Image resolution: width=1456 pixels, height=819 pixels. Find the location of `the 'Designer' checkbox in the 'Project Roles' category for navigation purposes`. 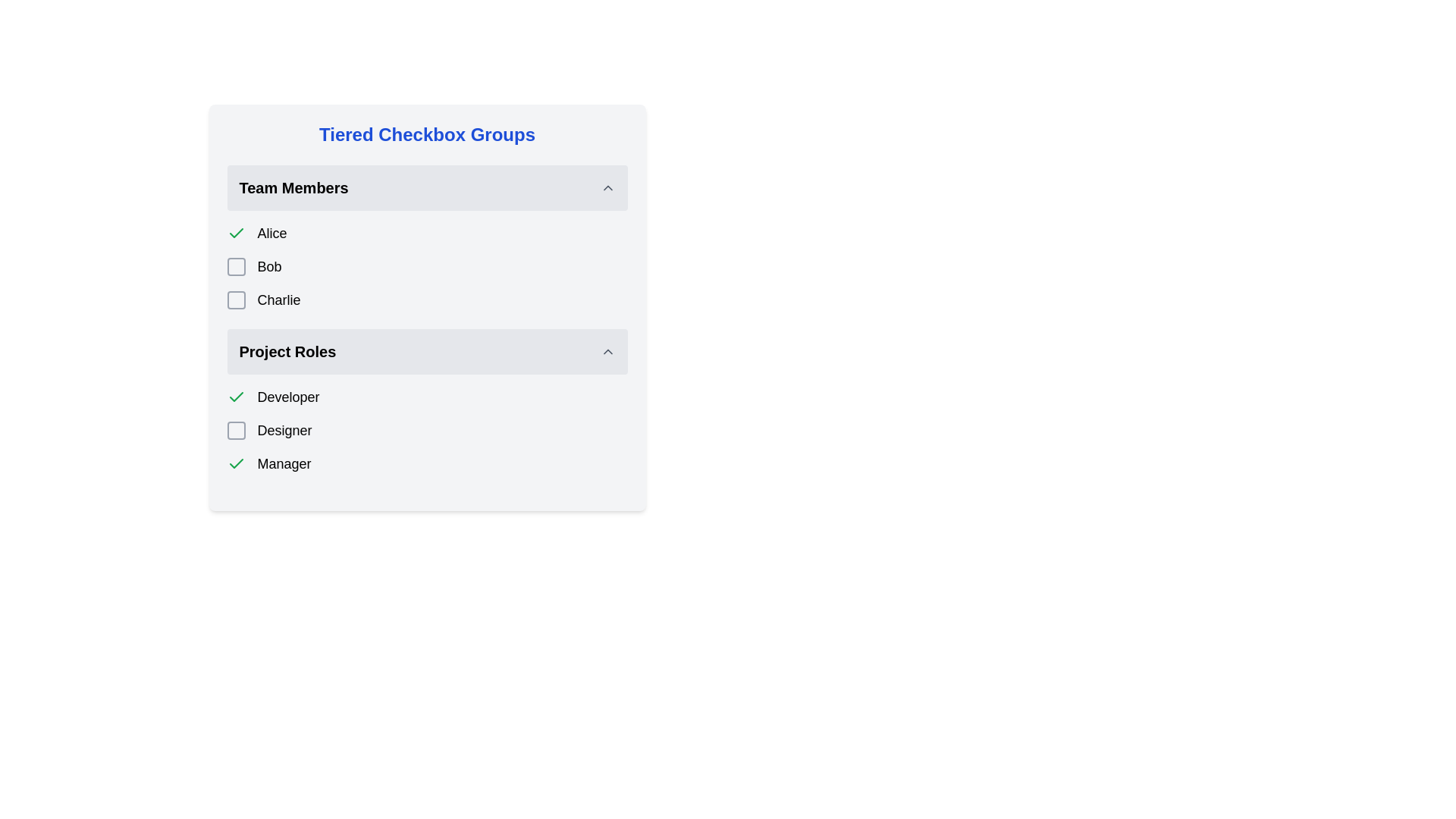

the 'Designer' checkbox in the 'Project Roles' category for navigation purposes is located at coordinates (426, 430).